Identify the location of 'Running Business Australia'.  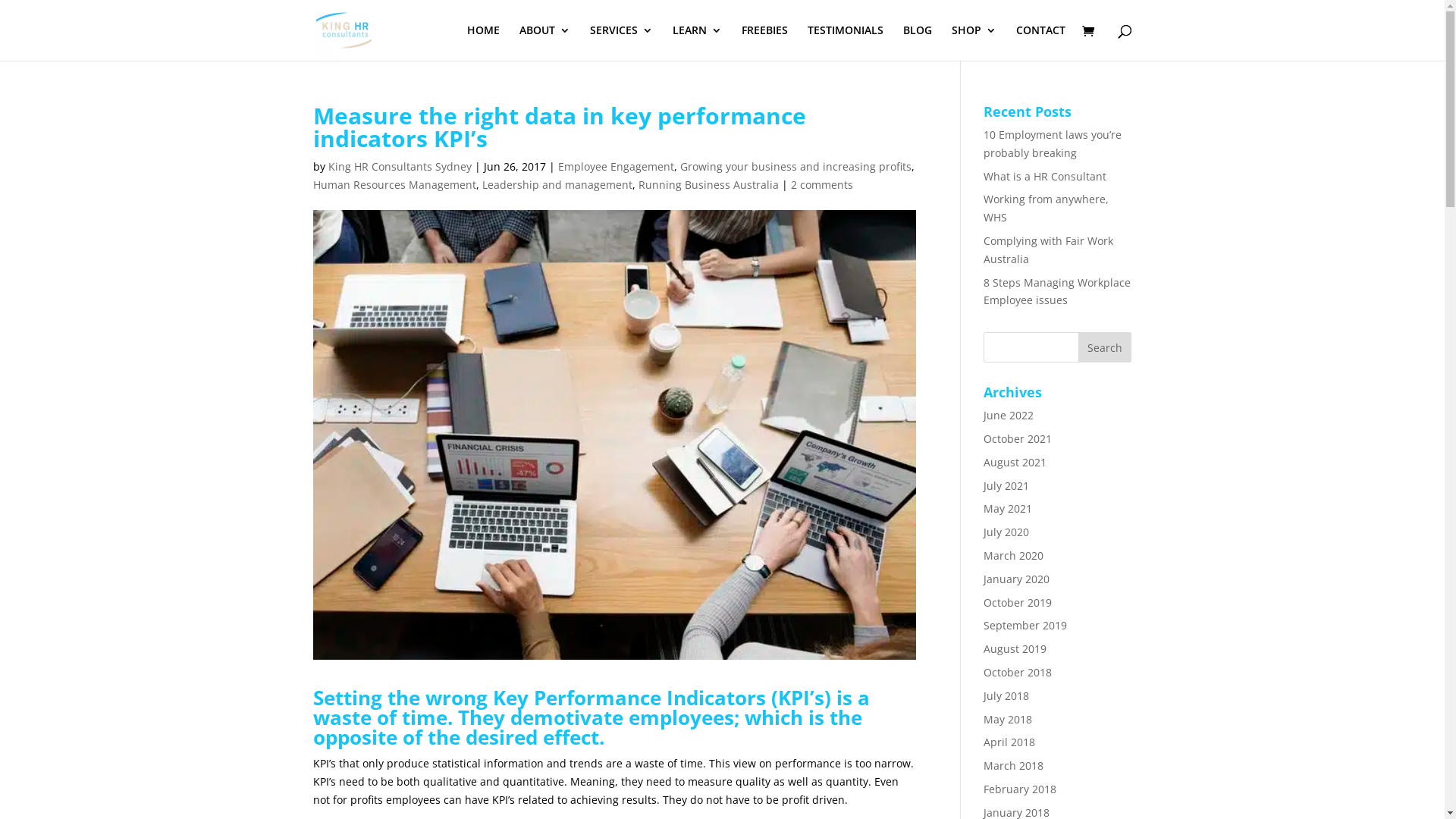
(708, 184).